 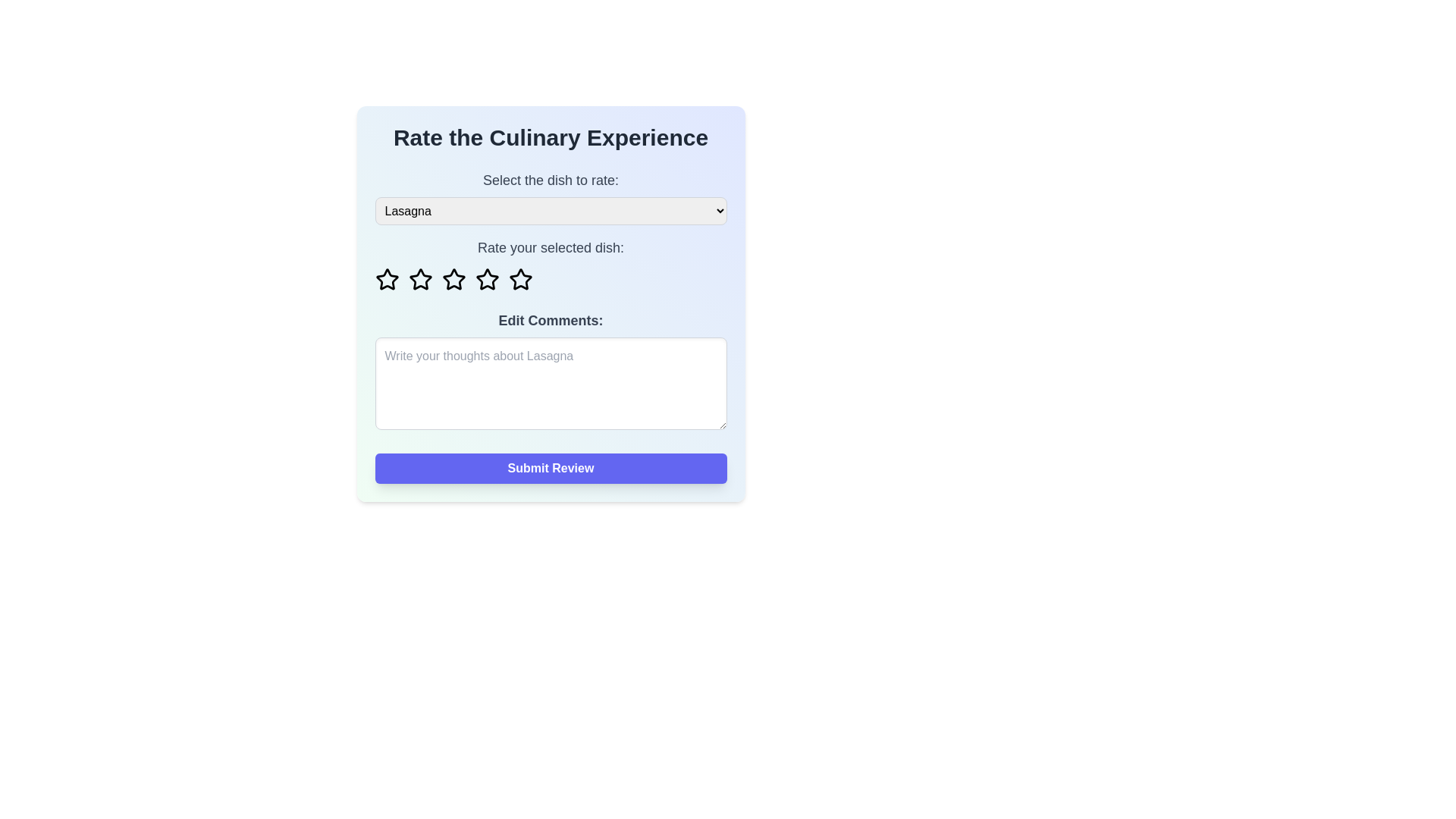 What do you see at coordinates (420, 279) in the screenshot?
I see `the second rating star icon` at bounding box center [420, 279].